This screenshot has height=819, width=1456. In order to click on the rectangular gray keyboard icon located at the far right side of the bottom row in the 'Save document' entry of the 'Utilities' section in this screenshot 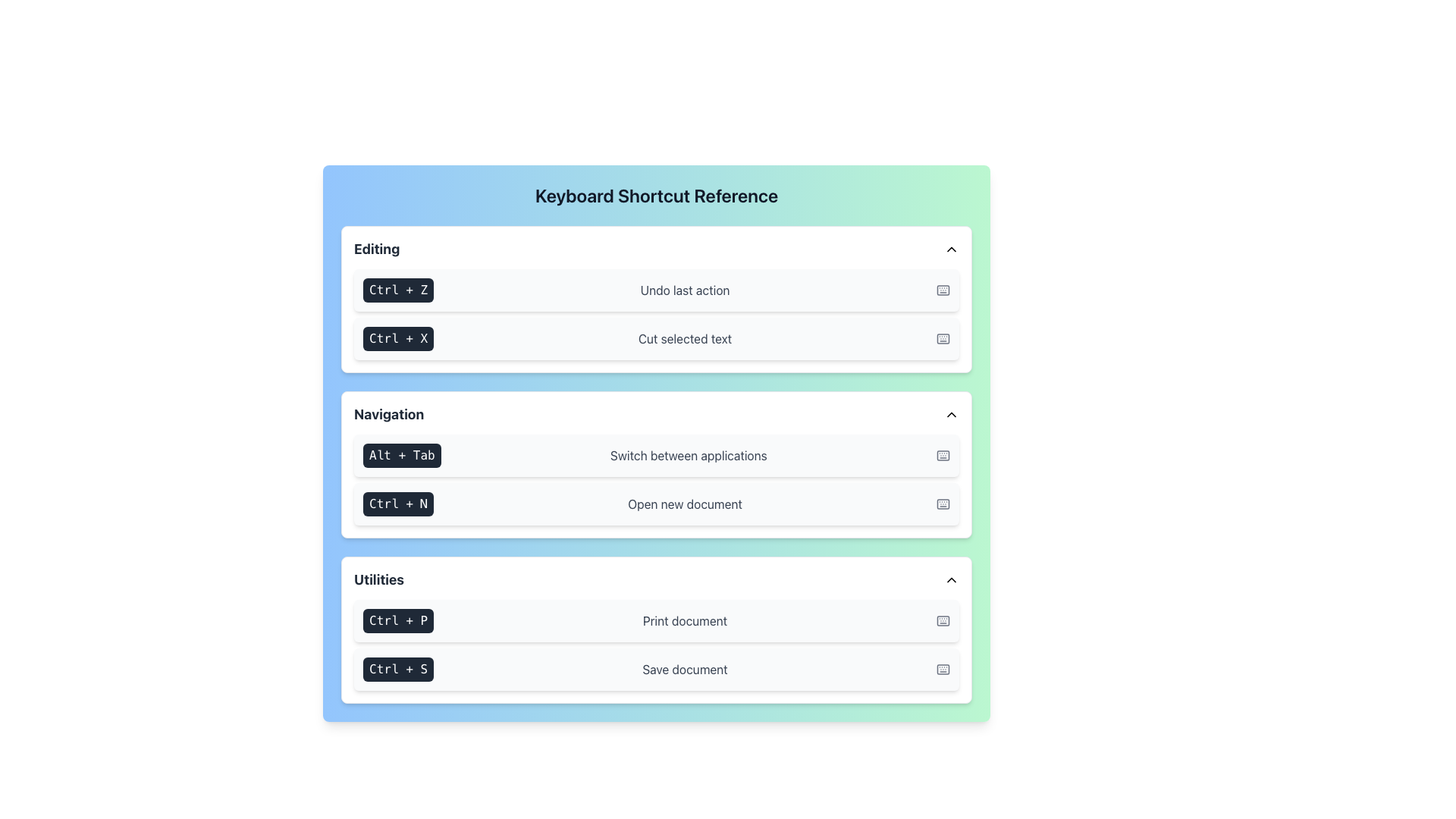, I will do `click(942, 669)`.